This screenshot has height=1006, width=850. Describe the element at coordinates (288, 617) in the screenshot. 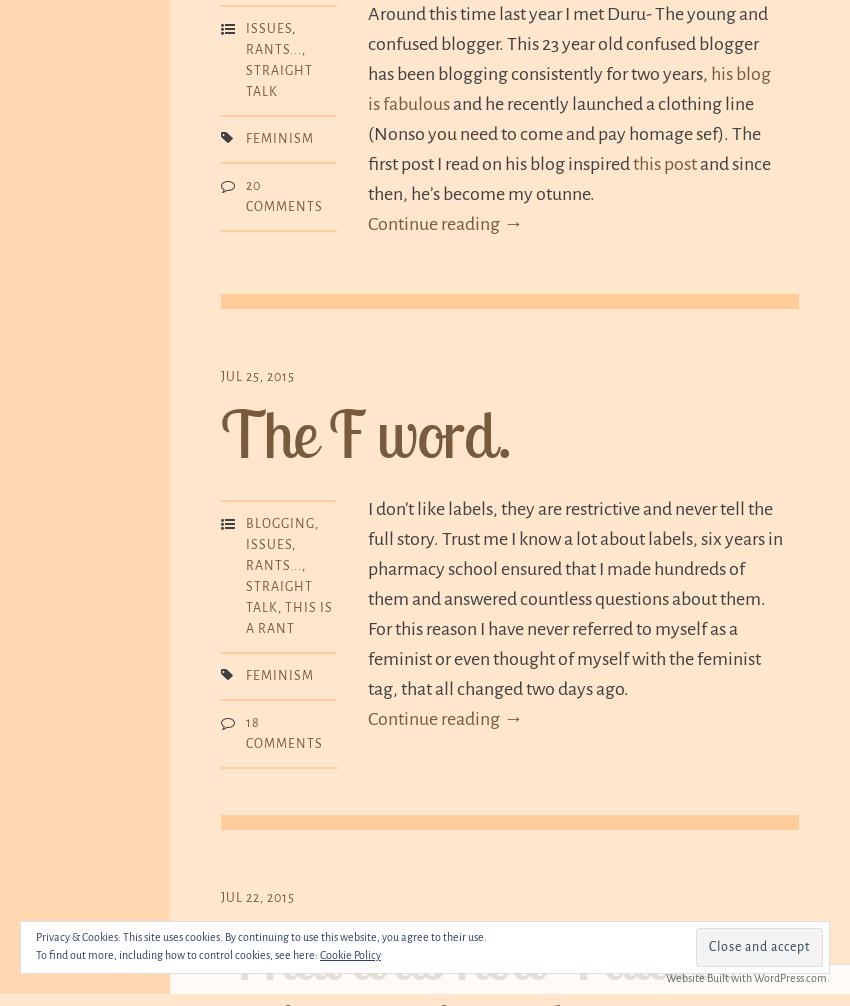

I see `'This is a rant'` at that location.